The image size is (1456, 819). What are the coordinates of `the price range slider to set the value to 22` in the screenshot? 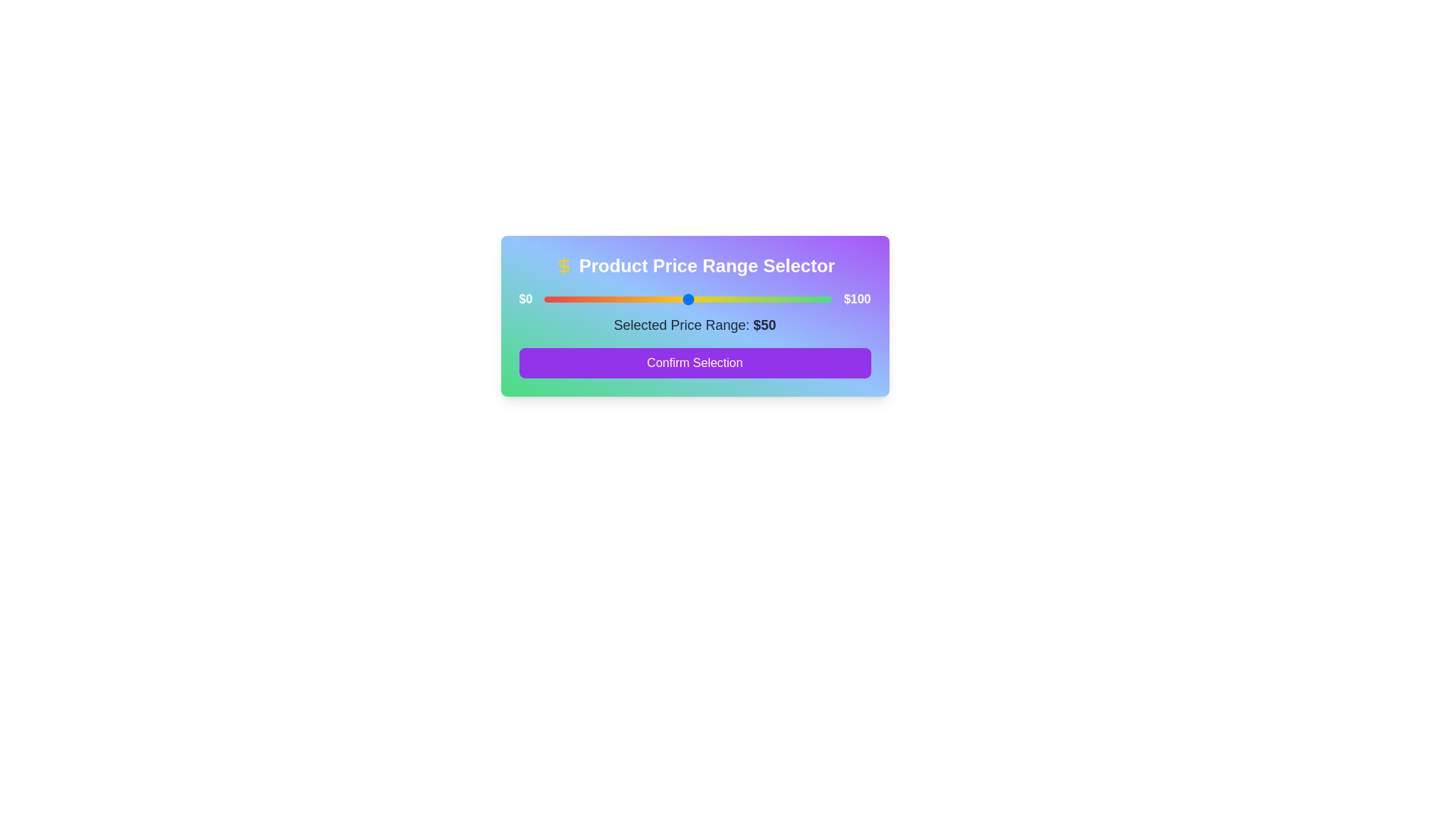 It's located at (607, 299).